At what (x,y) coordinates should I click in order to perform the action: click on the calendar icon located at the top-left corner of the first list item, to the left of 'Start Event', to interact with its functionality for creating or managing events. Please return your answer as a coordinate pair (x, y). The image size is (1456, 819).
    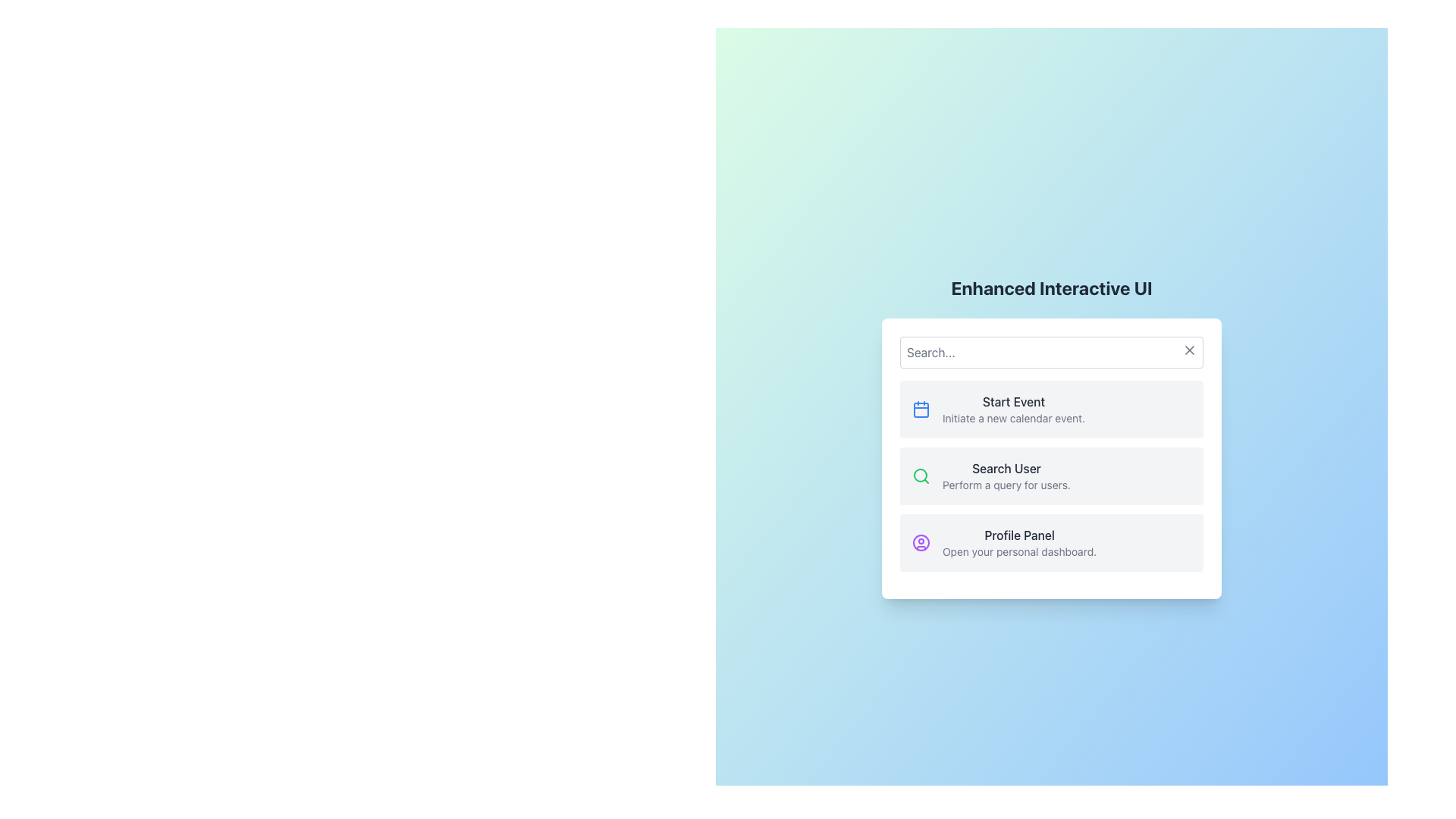
    Looking at the image, I should click on (920, 409).